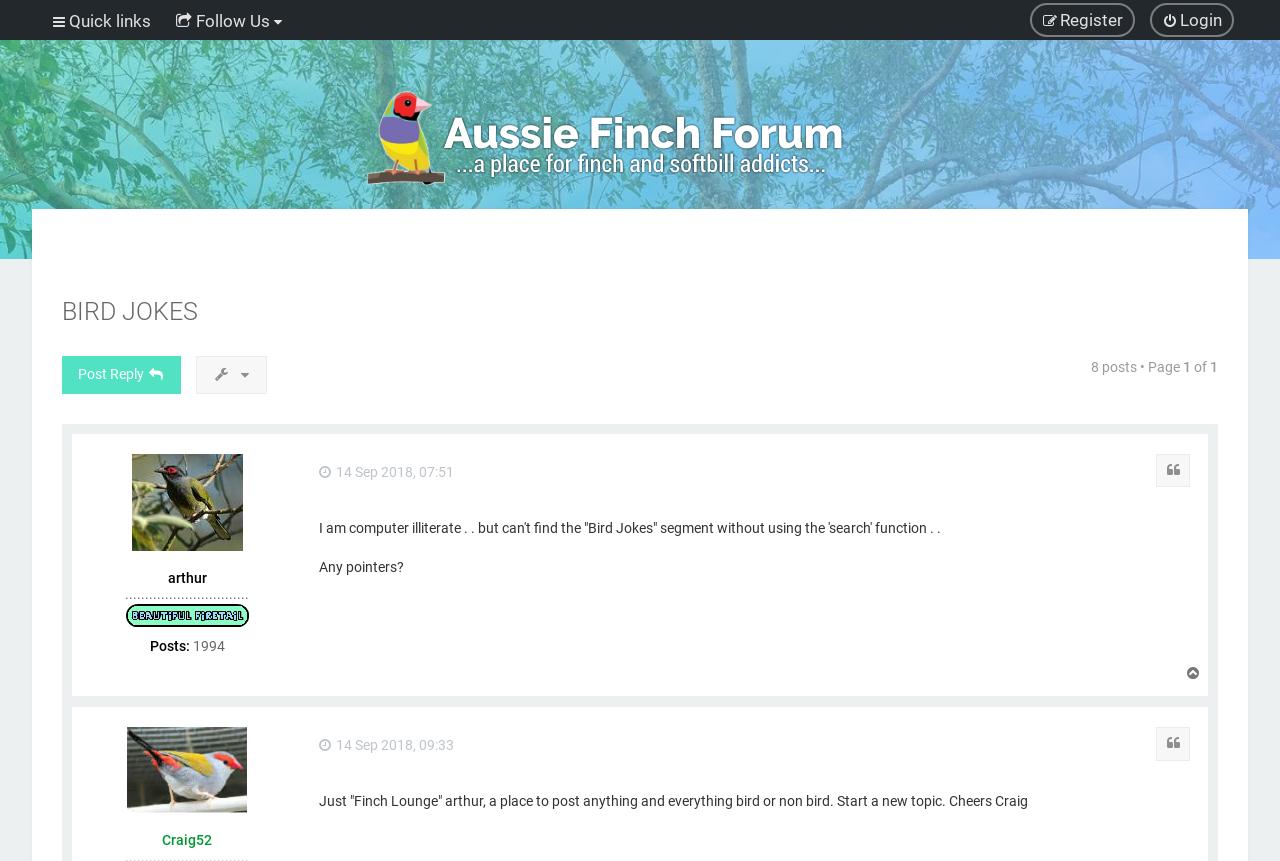 This screenshot has height=861, width=1280. Describe the element at coordinates (673, 800) in the screenshot. I see `'Just "Finch Lounge"  arthur, a place to post anything and everything bird or non bird. Start a new topic.  Cheers  Craig'` at that location.